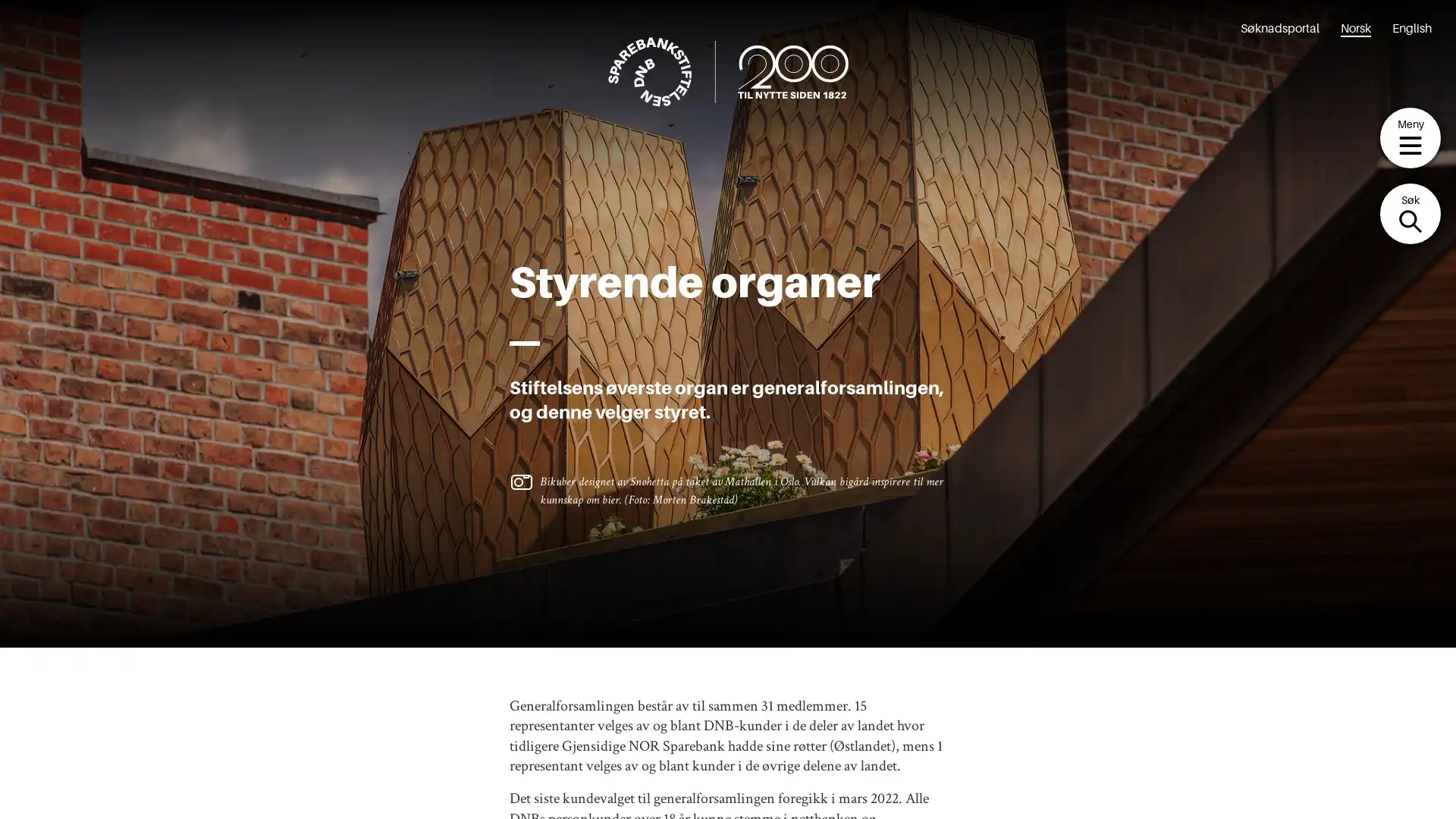  Describe the element at coordinates (1410, 137) in the screenshot. I see `Meny Meny` at that location.